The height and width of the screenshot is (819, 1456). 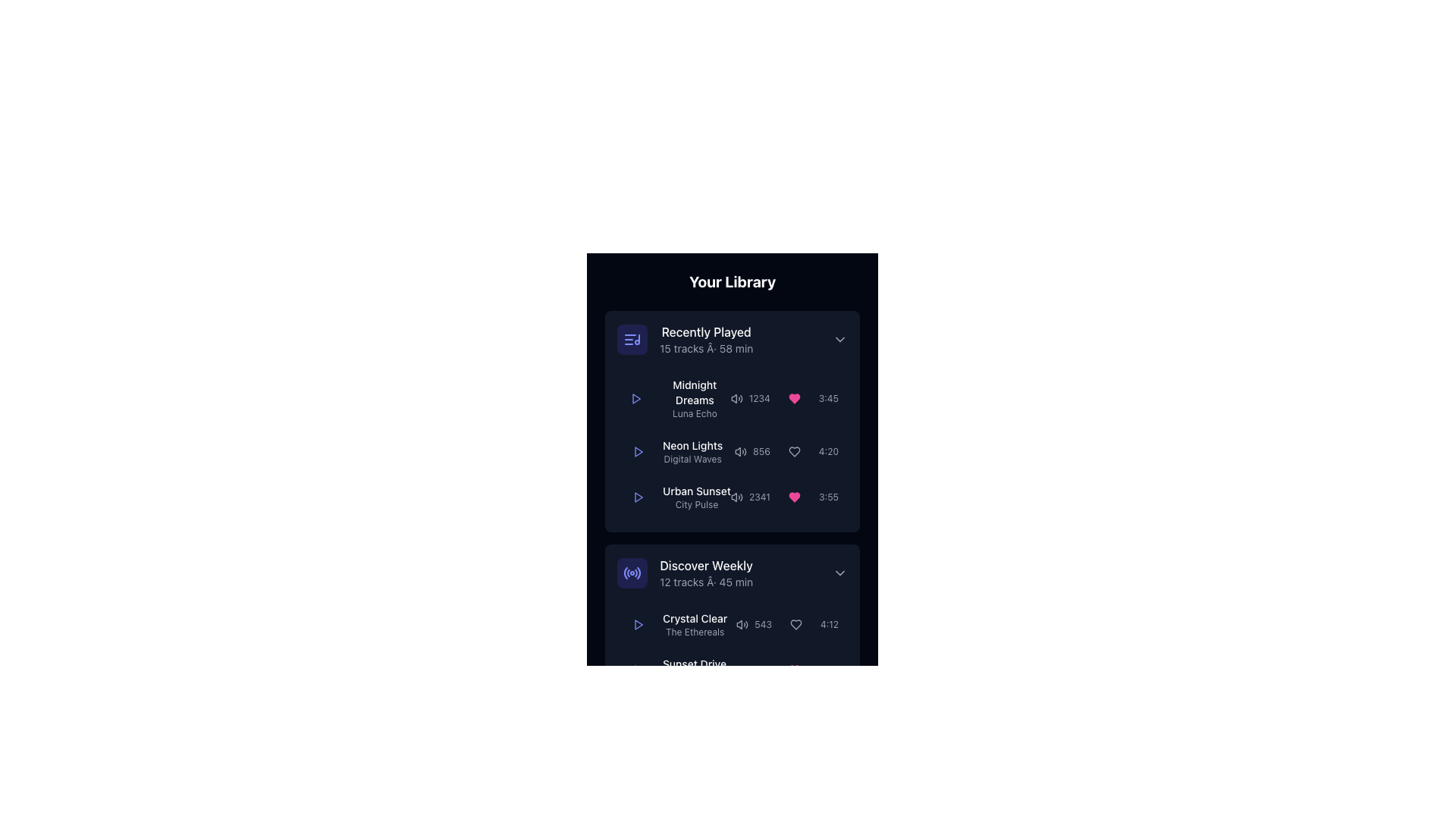 What do you see at coordinates (639, 625) in the screenshot?
I see `the play button for the 'Midnight Dreams' track in the 'Recently Played' section to start playback` at bounding box center [639, 625].